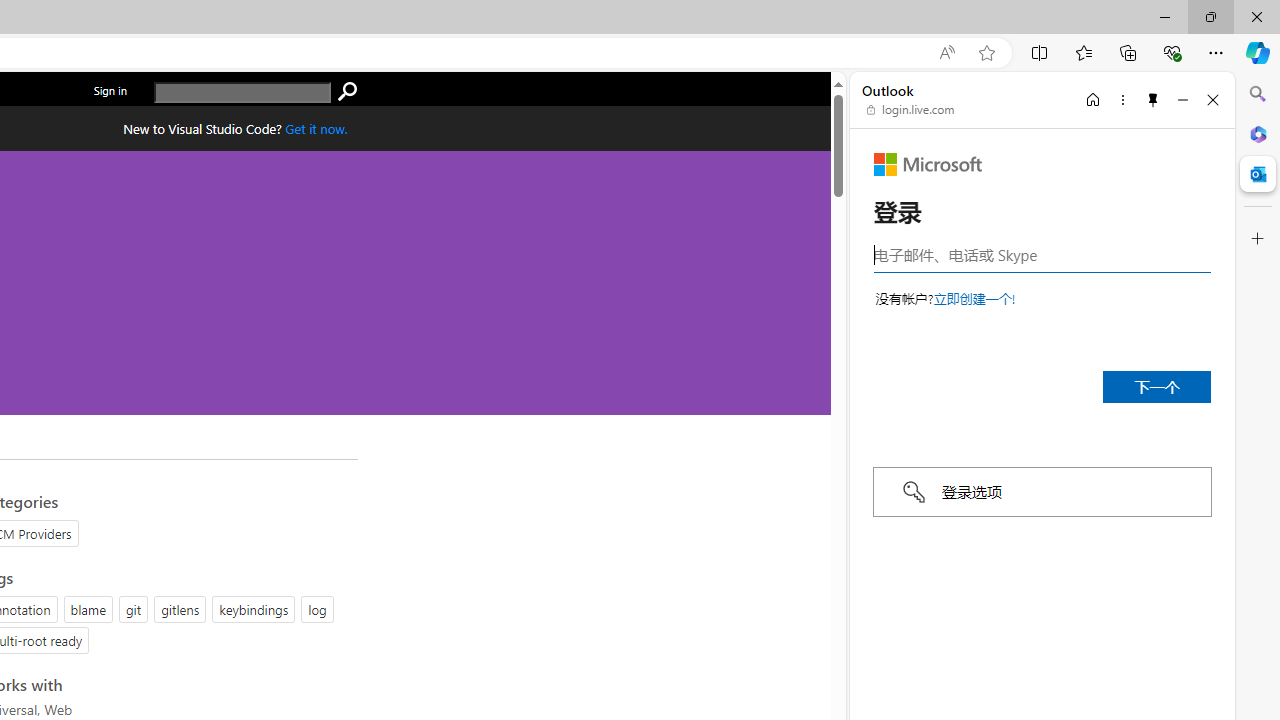 The height and width of the screenshot is (720, 1280). What do you see at coordinates (1257, 133) in the screenshot?
I see `'Microsoft 365'` at bounding box center [1257, 133].